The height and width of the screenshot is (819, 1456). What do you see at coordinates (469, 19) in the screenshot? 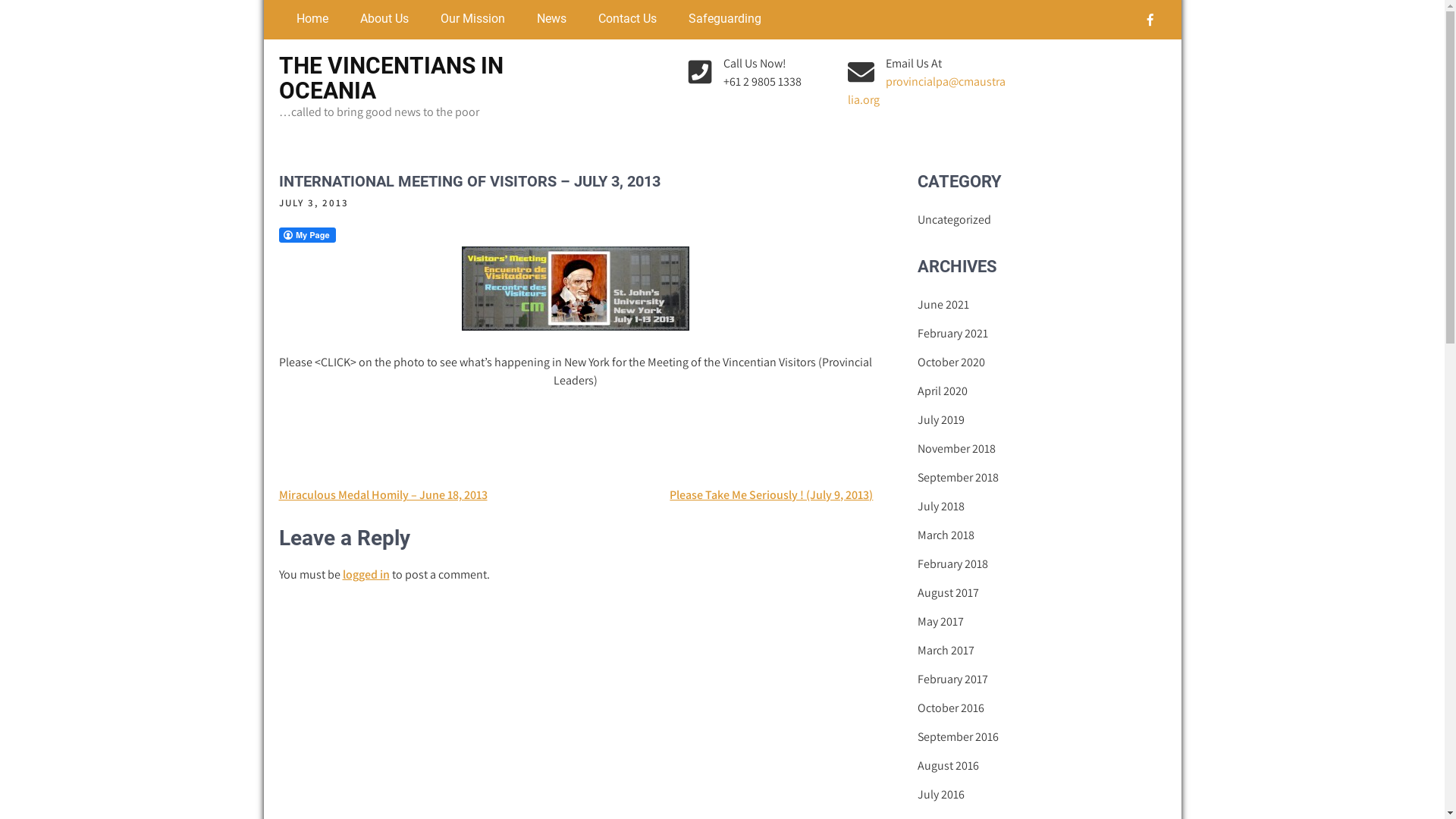
I see `'Our Mission'` at bounding box center [469, 19].